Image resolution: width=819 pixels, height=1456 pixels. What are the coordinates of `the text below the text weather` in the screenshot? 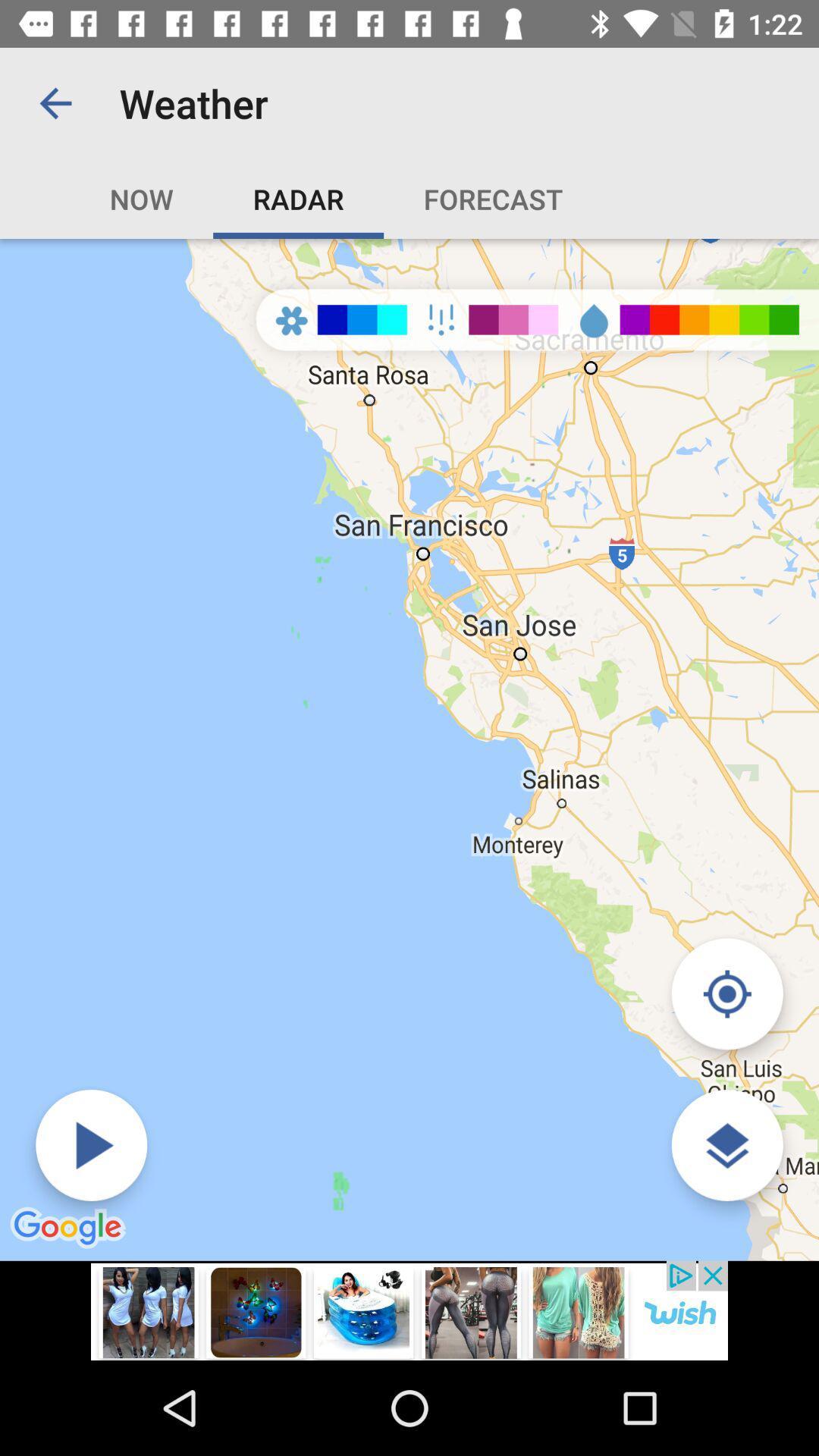 It's located at (444, 198).